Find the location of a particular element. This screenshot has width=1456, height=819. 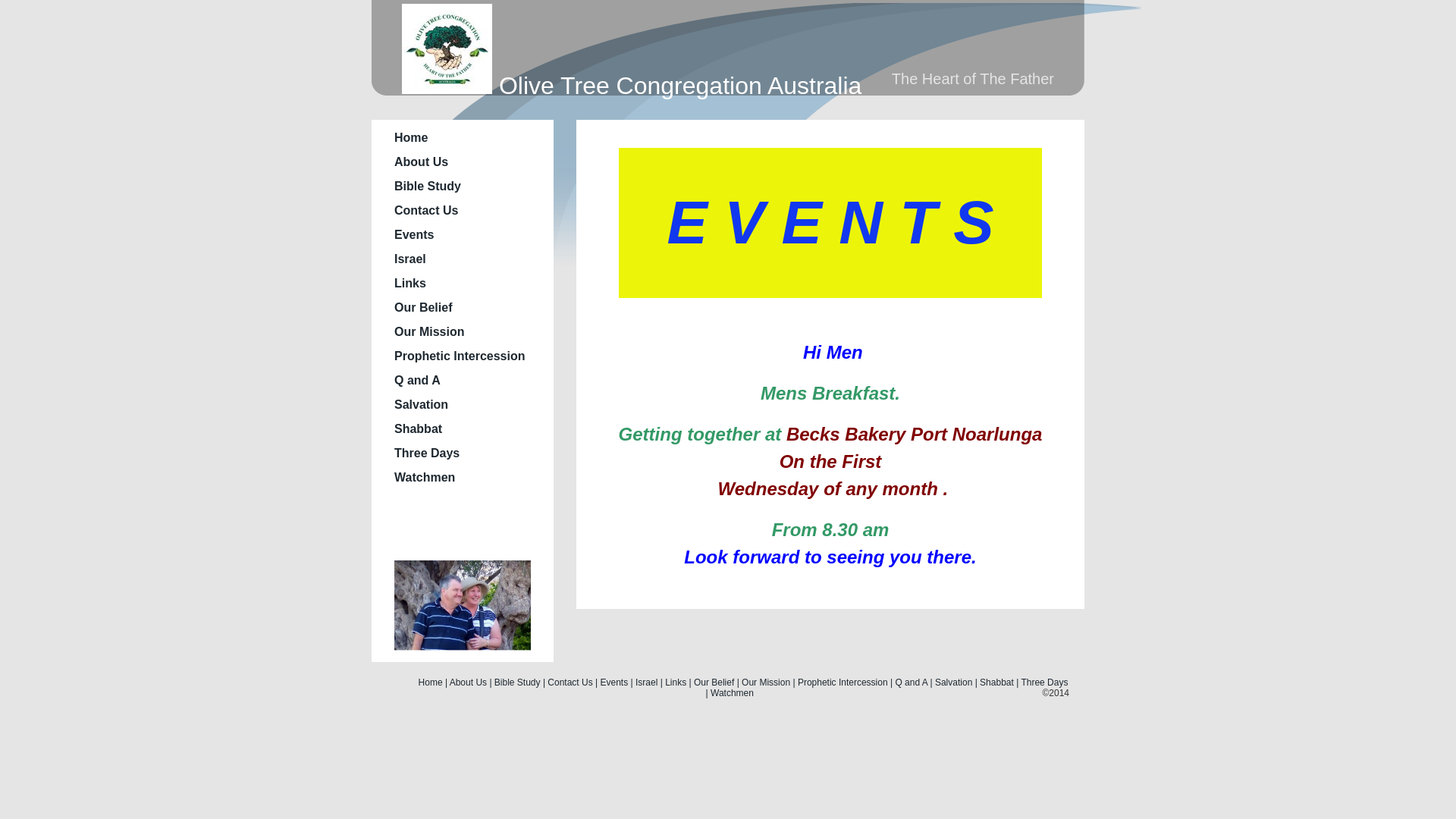

'Events' is located at coordinates (414, 234).